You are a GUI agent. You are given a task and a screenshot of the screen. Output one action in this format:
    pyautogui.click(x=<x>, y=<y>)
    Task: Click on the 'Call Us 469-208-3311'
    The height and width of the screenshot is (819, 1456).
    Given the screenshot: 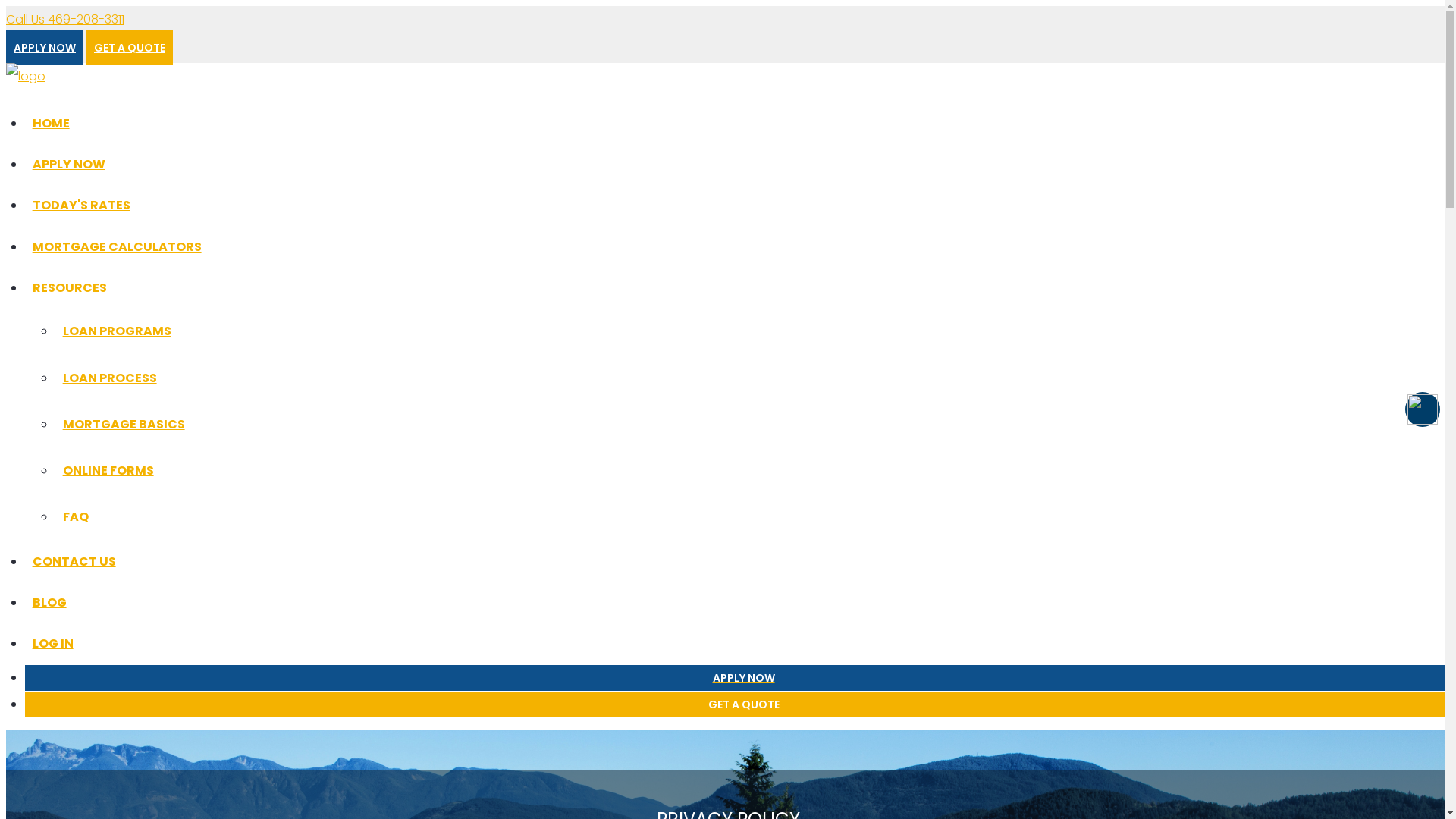 What is the action you would take?
    pyautogui.click(x=64, y=19)
    